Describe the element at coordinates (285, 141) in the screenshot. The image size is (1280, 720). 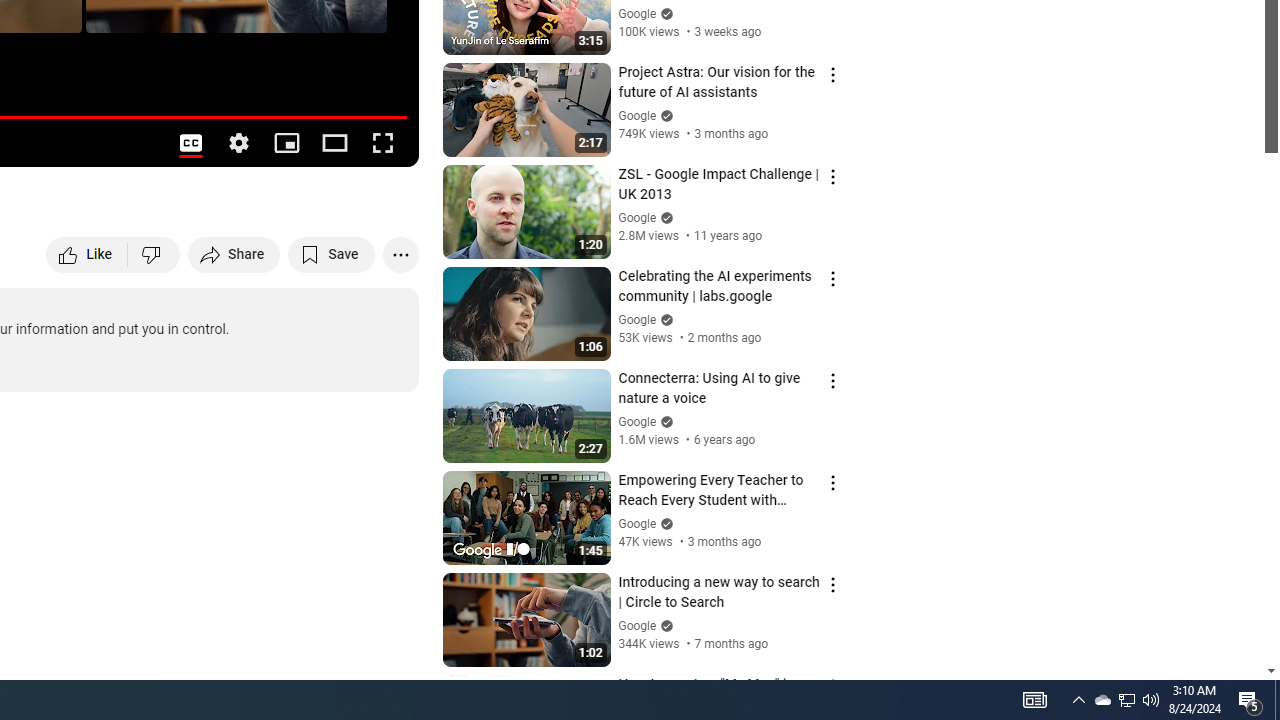
I see `'Miniplayer (i)'` at that location.